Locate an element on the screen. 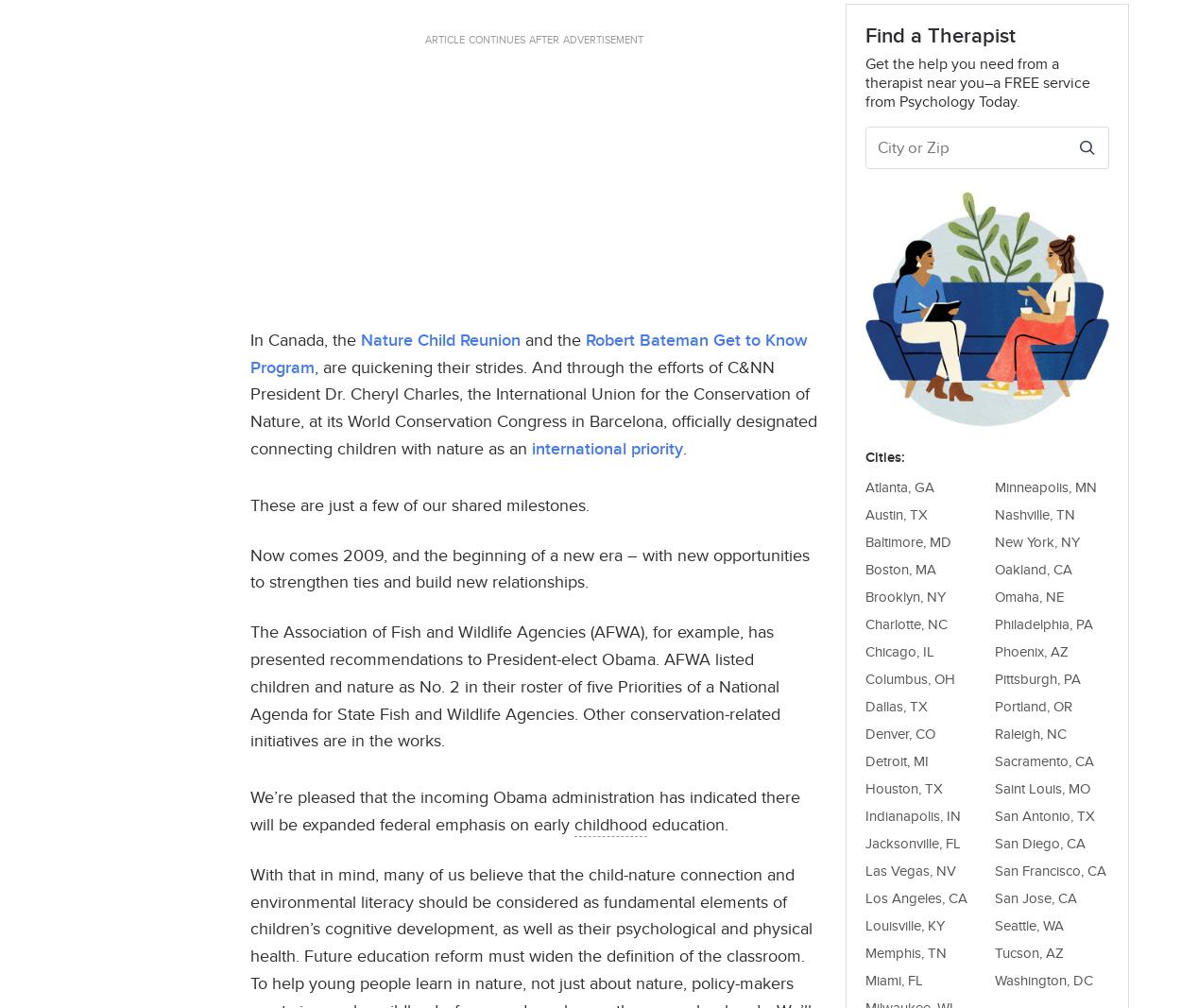 The height and width of the screenshot is (1008, 1181). 'Columbus, OH' is located at coordinates (865, 676).